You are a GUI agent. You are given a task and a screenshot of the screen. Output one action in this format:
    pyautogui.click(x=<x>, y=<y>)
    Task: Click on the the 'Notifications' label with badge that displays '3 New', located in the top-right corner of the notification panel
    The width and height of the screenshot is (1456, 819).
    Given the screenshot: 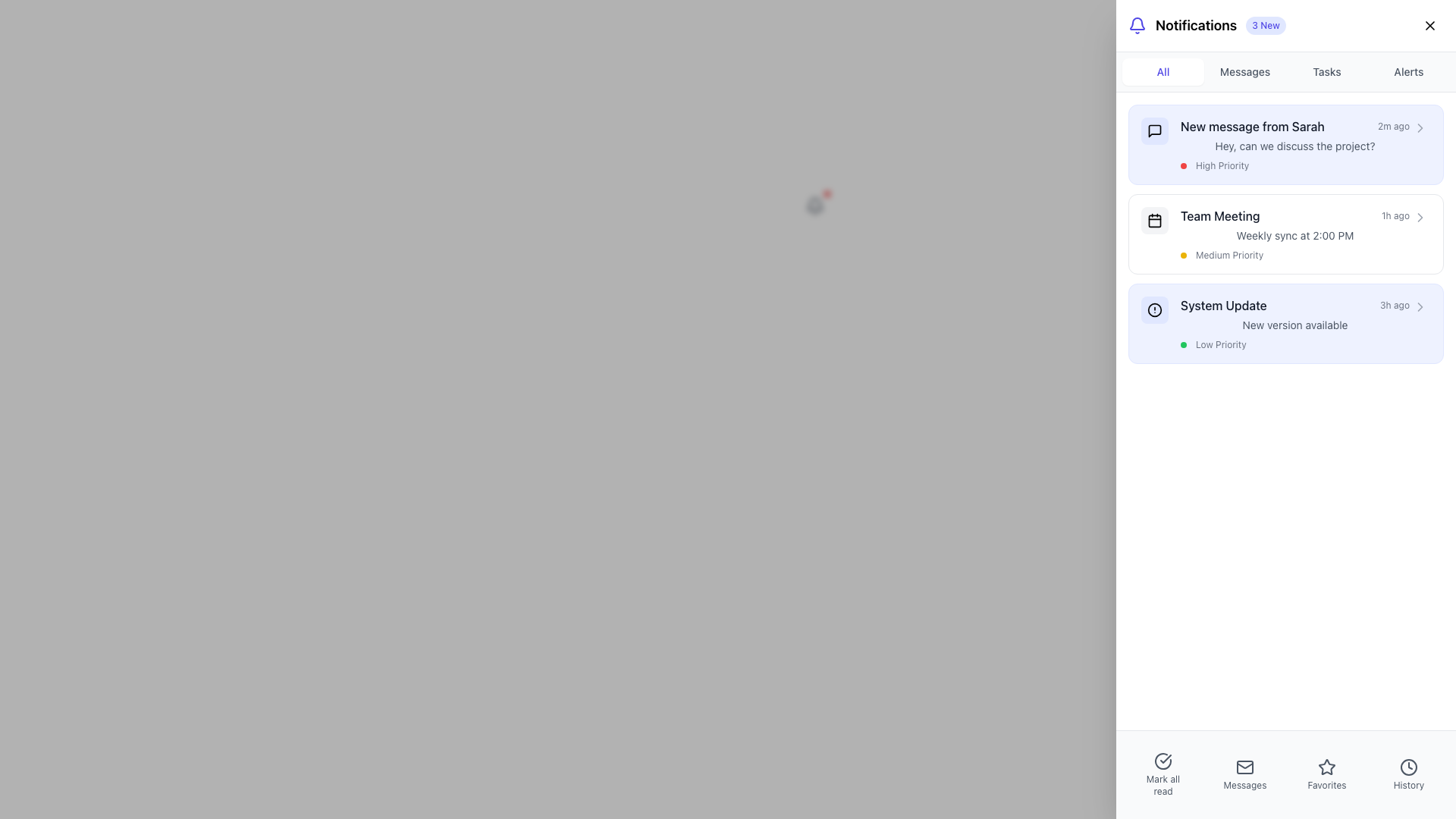 What is the action you would take?
    pyautogui.click(x=1206, y=26)
    